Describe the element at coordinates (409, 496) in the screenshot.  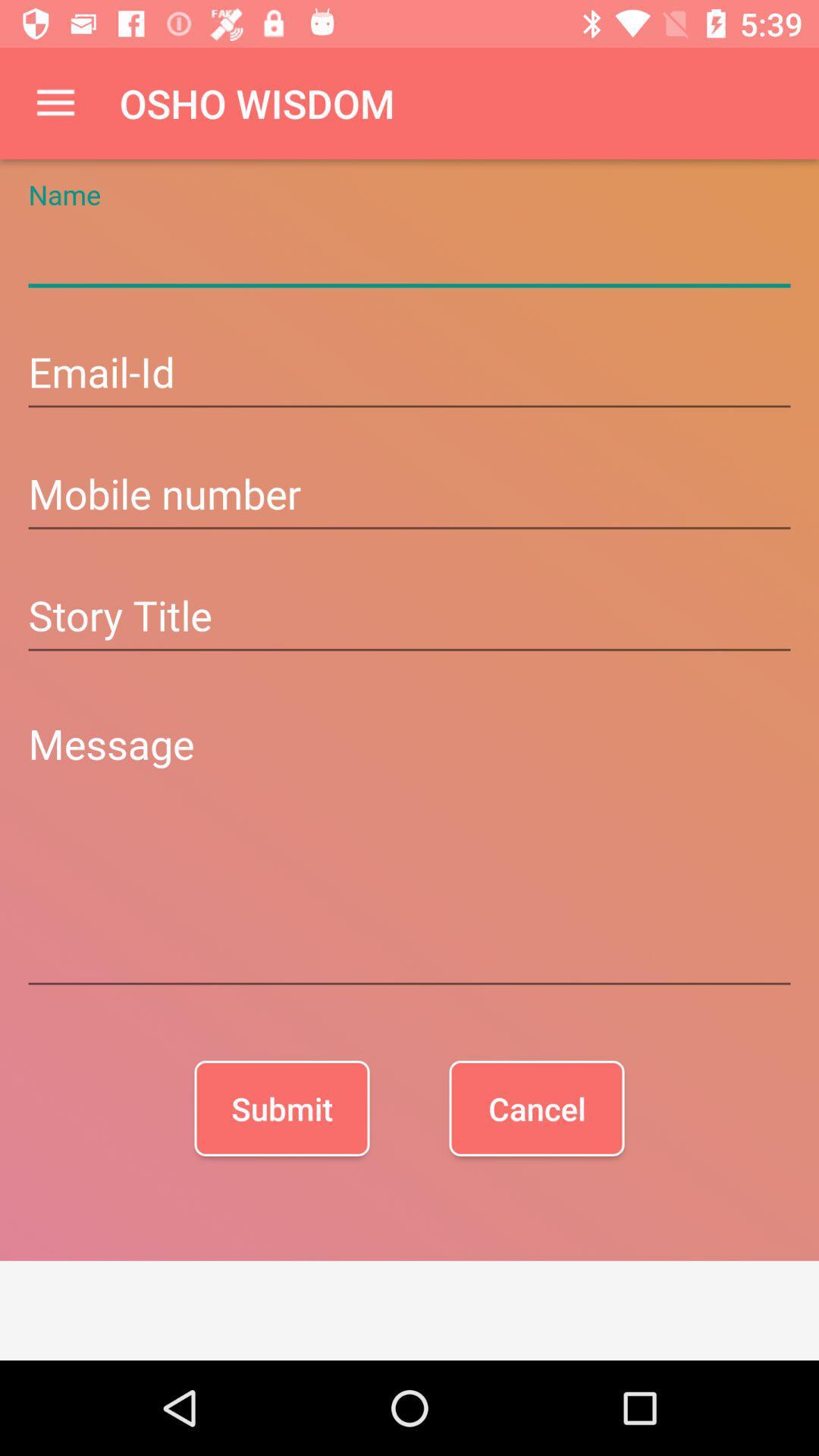
I see `mobile number` at that location.